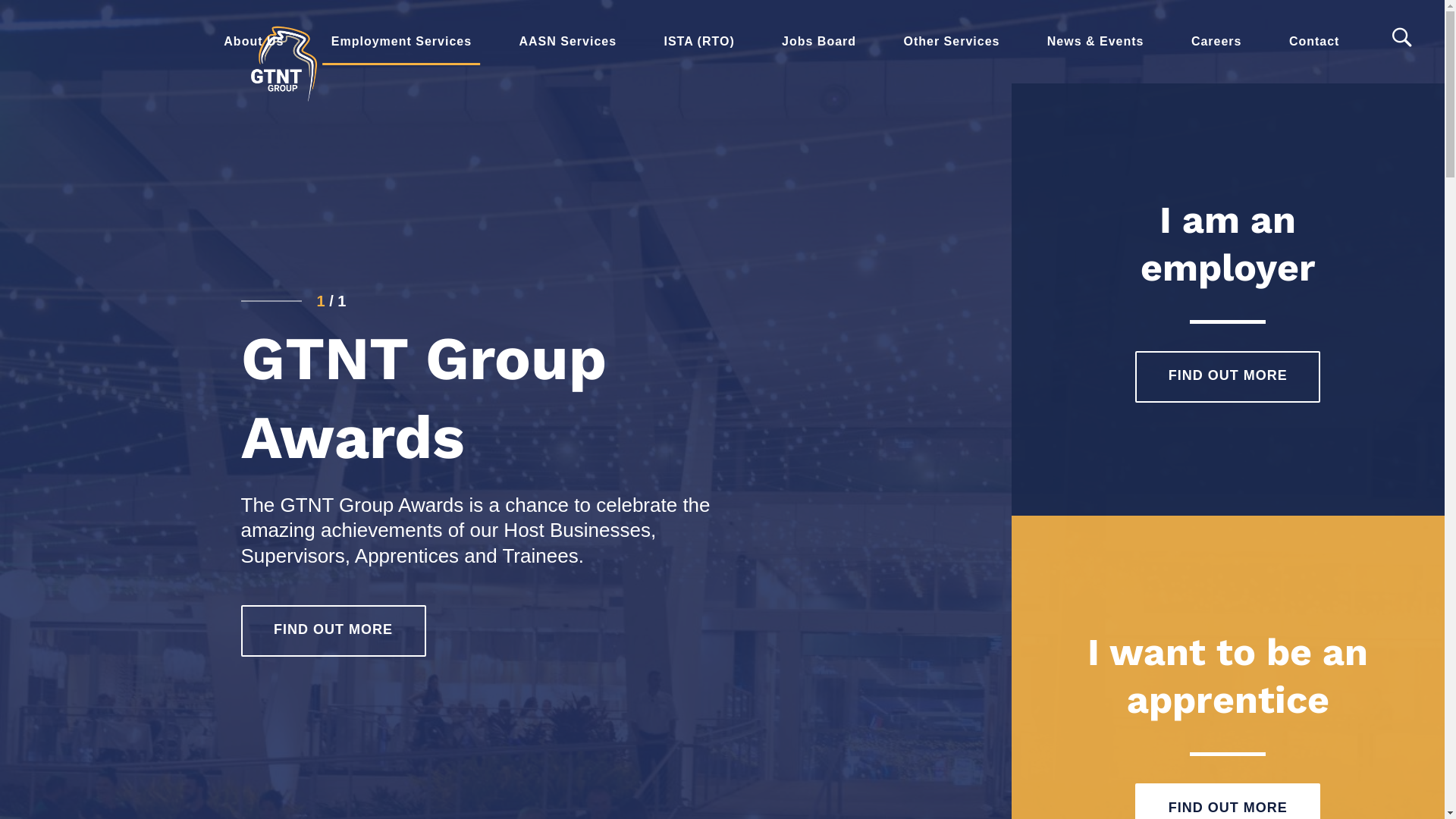 This screenshot has width=1456, height=819. What do you see at coordinates (1313, 40) in the screenshot?
I see `'Contact'` at bounding box center [1313, 40].